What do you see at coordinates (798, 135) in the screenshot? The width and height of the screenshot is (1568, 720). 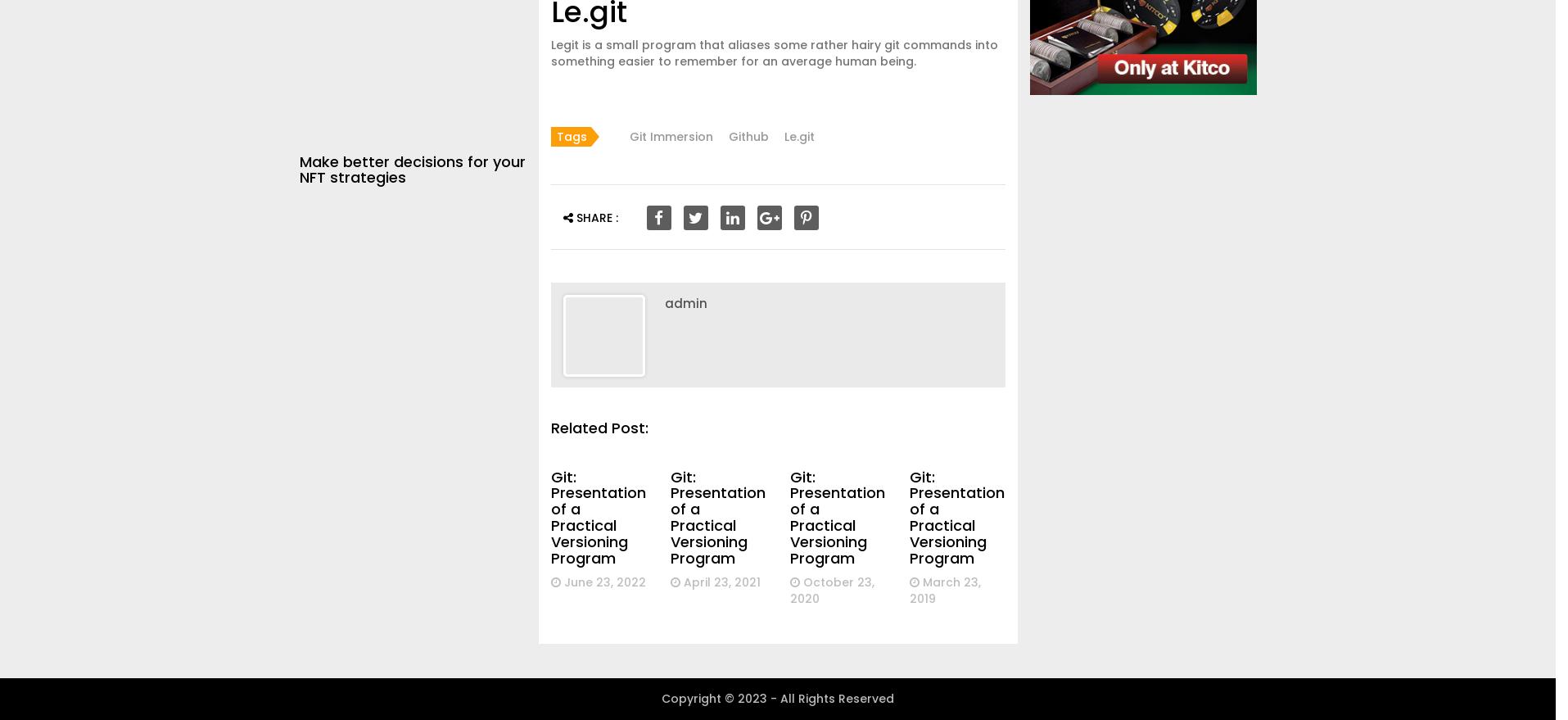 I see `'Le.git'` at bounding box center [798, 135].